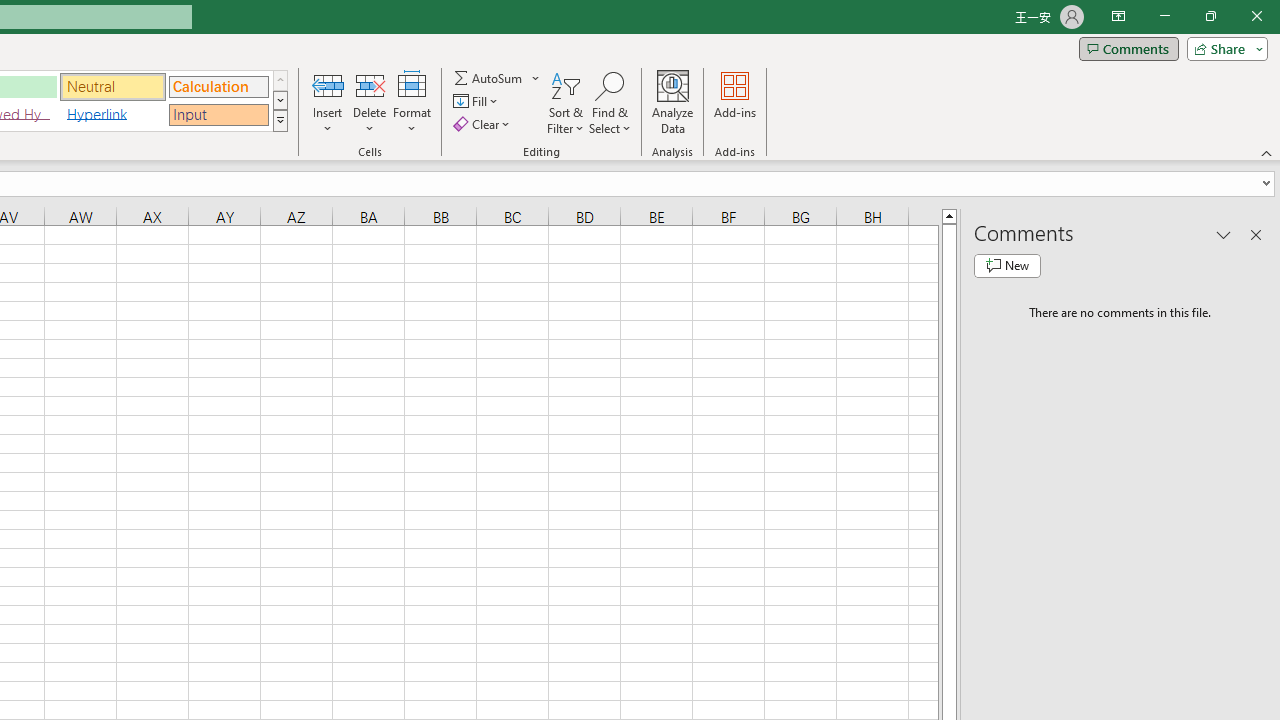  Describe the element at coordinates (1007, 265) in the screenshot. I see `'New comment'` at that location.